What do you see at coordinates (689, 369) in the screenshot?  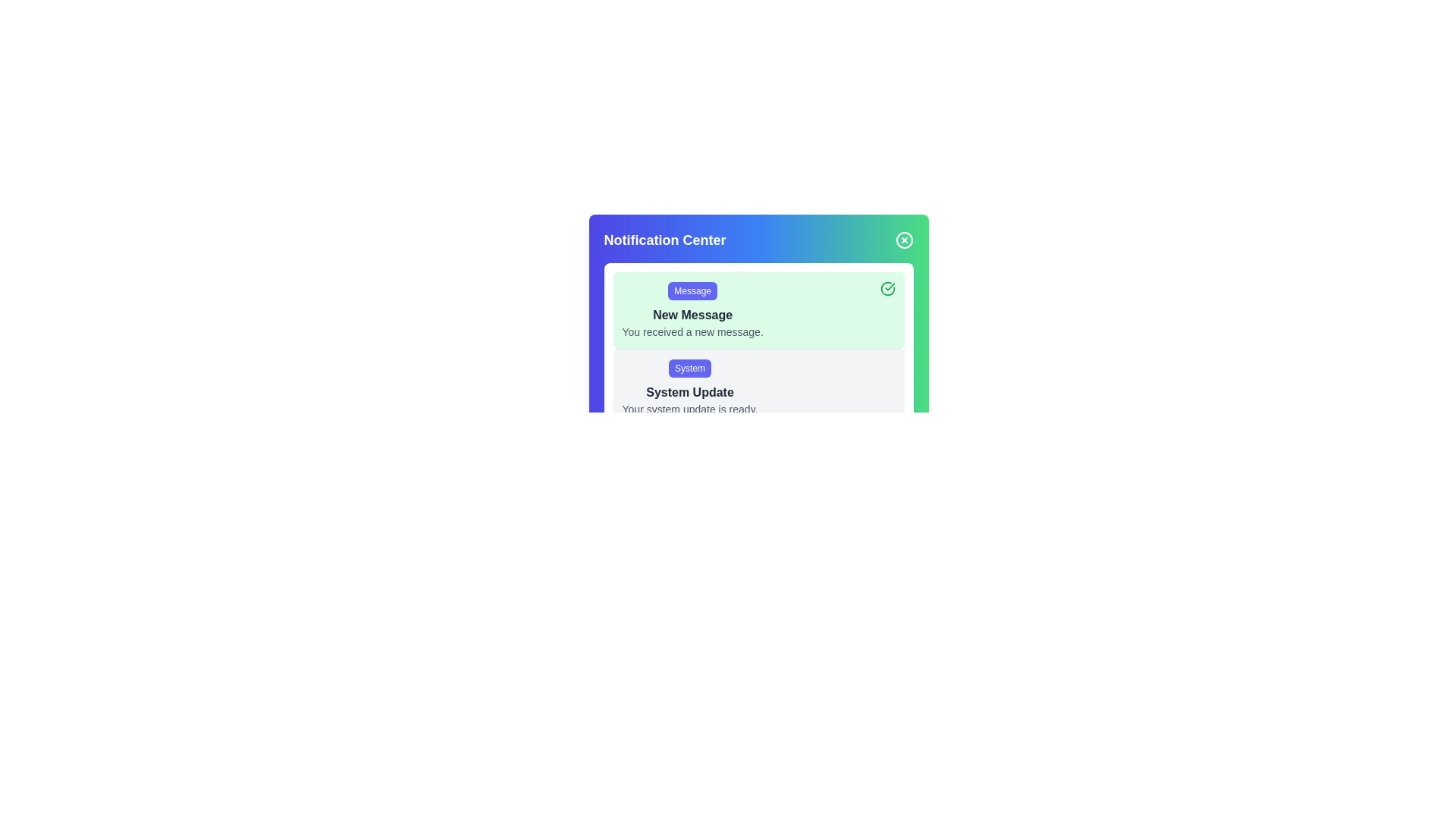 I see `the 'System' button with a dark blue background and white text in the 'Notification Center' UI, which is part of the 'System Update' notification` at bounding box center [689, 369].